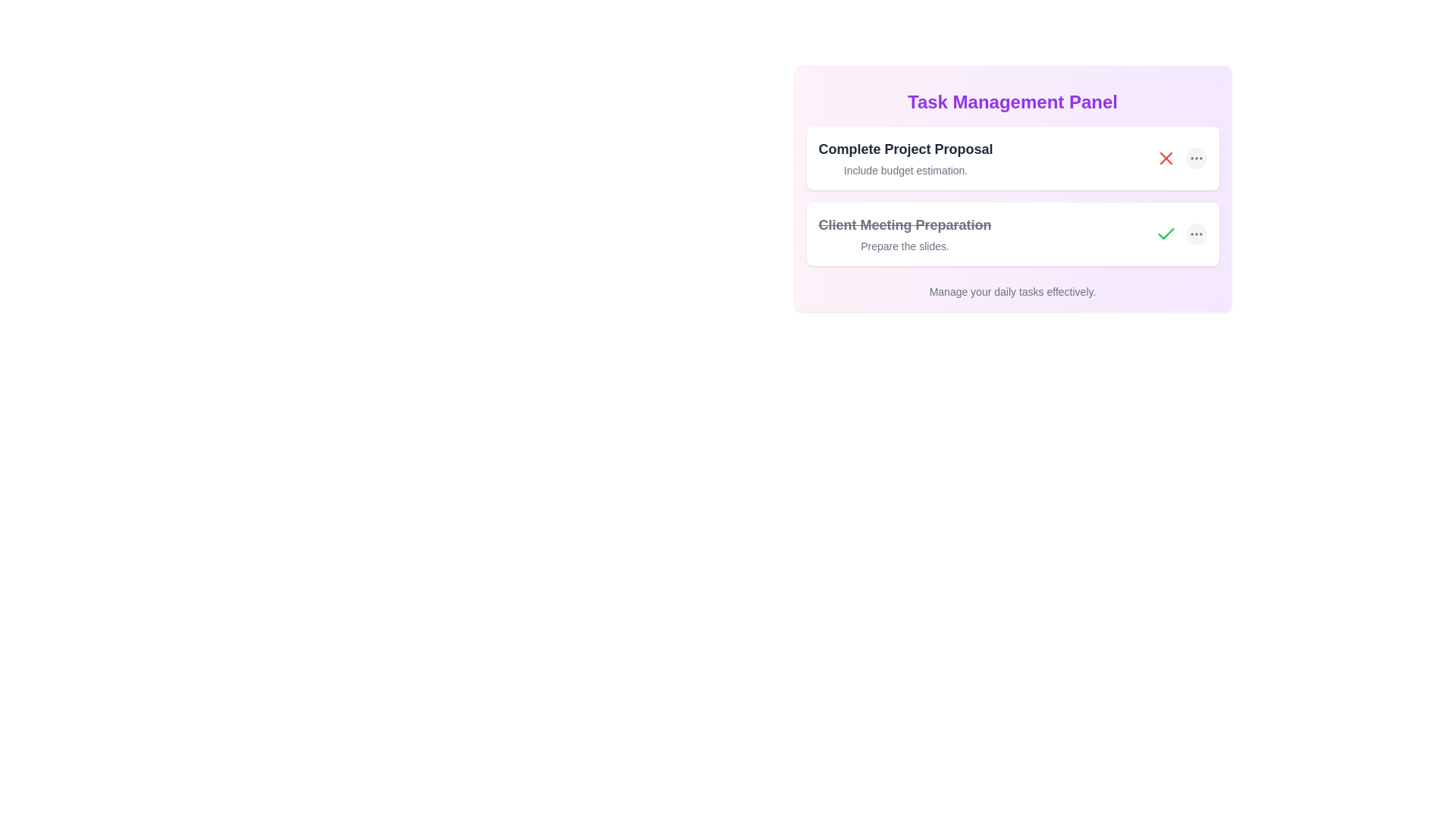 The image size is (1456, 819). What do you see at coordinates (1165, 158) in the screenshot?
I see `the cancel button located to the far right of the first task row labeled 'Complete Project Proposal' in the task management panel` at bounding box center [1165, 158].